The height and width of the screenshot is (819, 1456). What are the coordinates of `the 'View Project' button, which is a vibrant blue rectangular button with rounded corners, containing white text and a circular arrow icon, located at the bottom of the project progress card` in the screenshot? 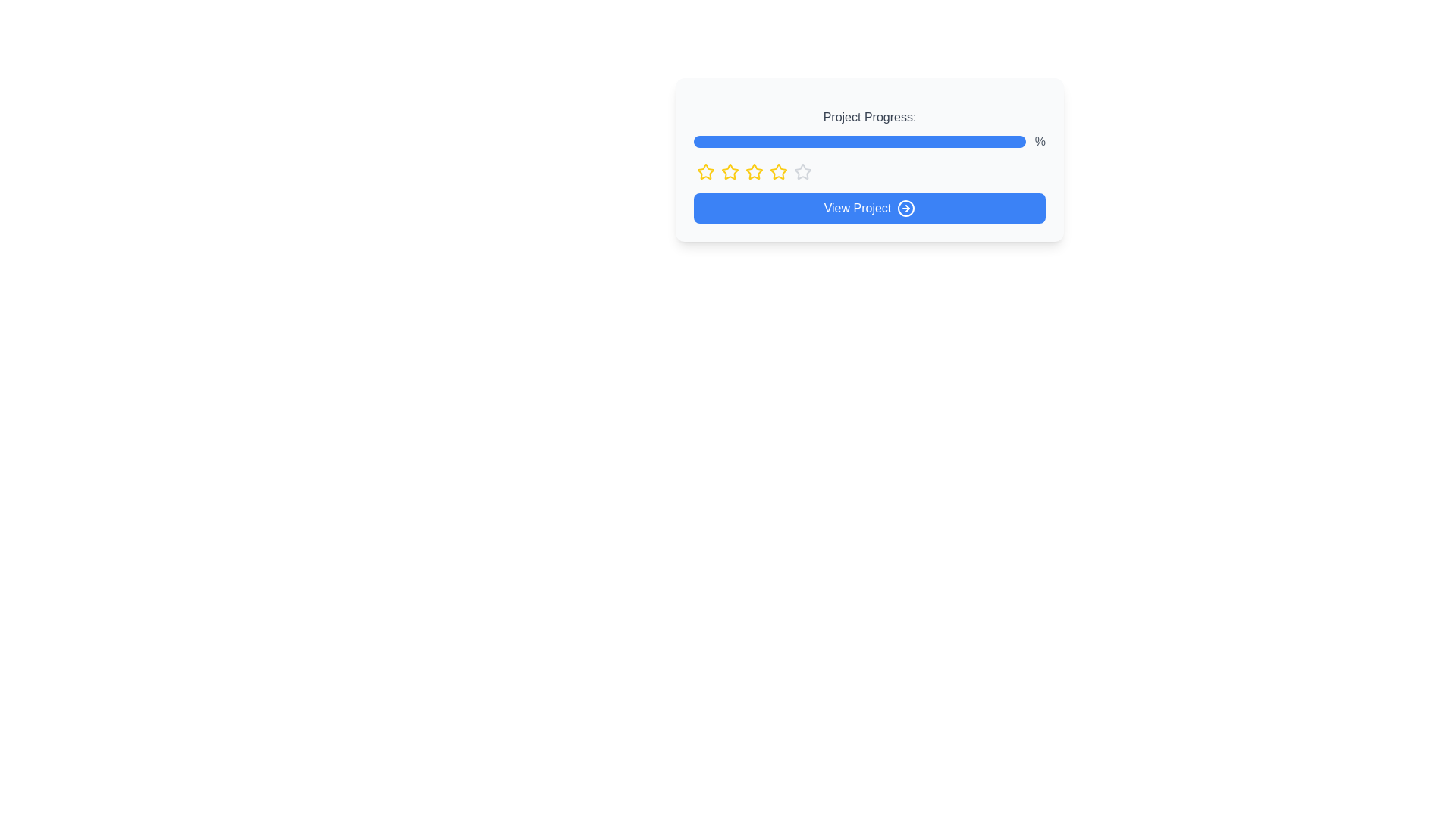 It's located at (870, 208).